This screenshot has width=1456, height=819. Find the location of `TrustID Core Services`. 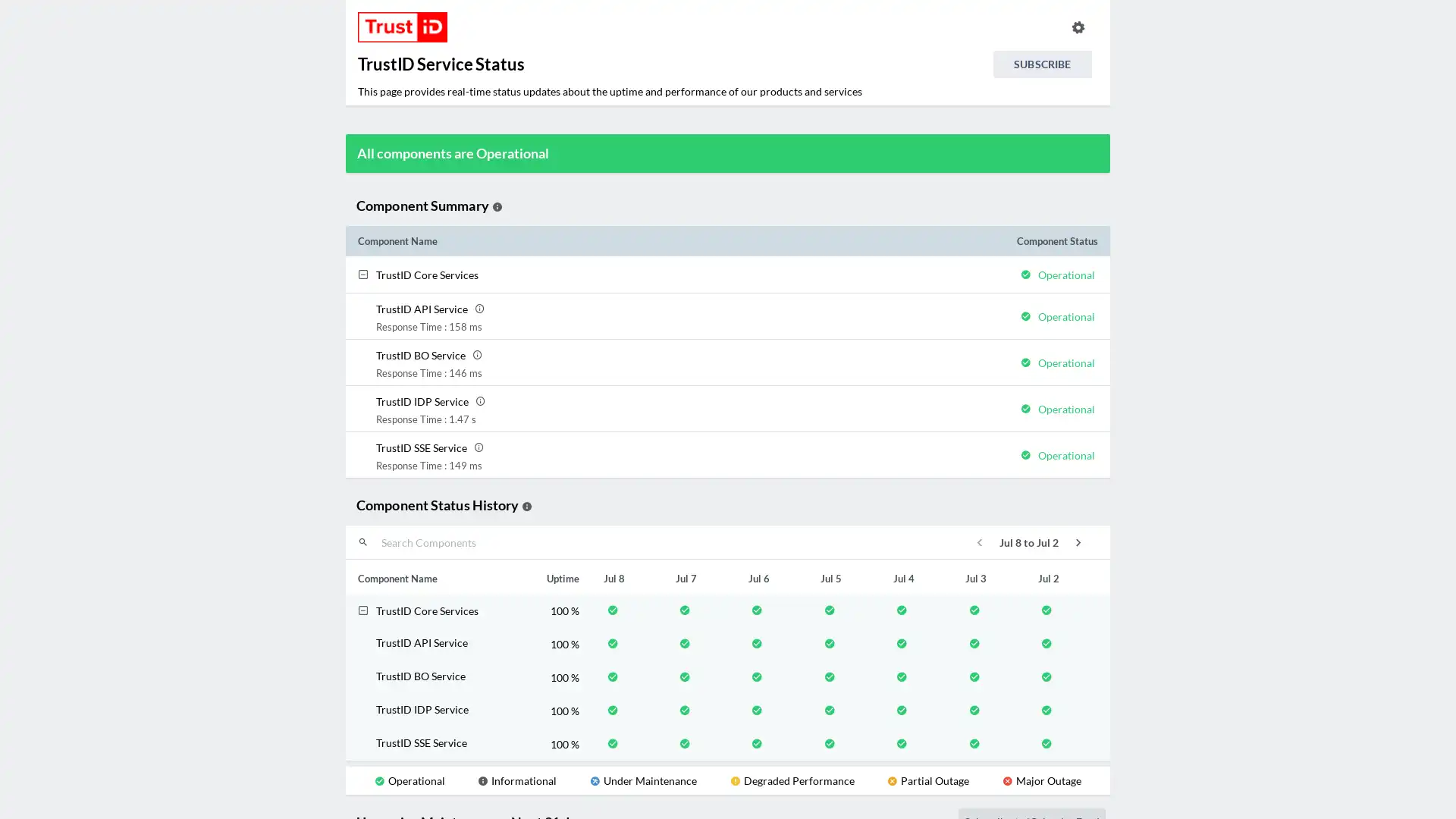

TrustID Core Services is located at coordinates (635, 275).